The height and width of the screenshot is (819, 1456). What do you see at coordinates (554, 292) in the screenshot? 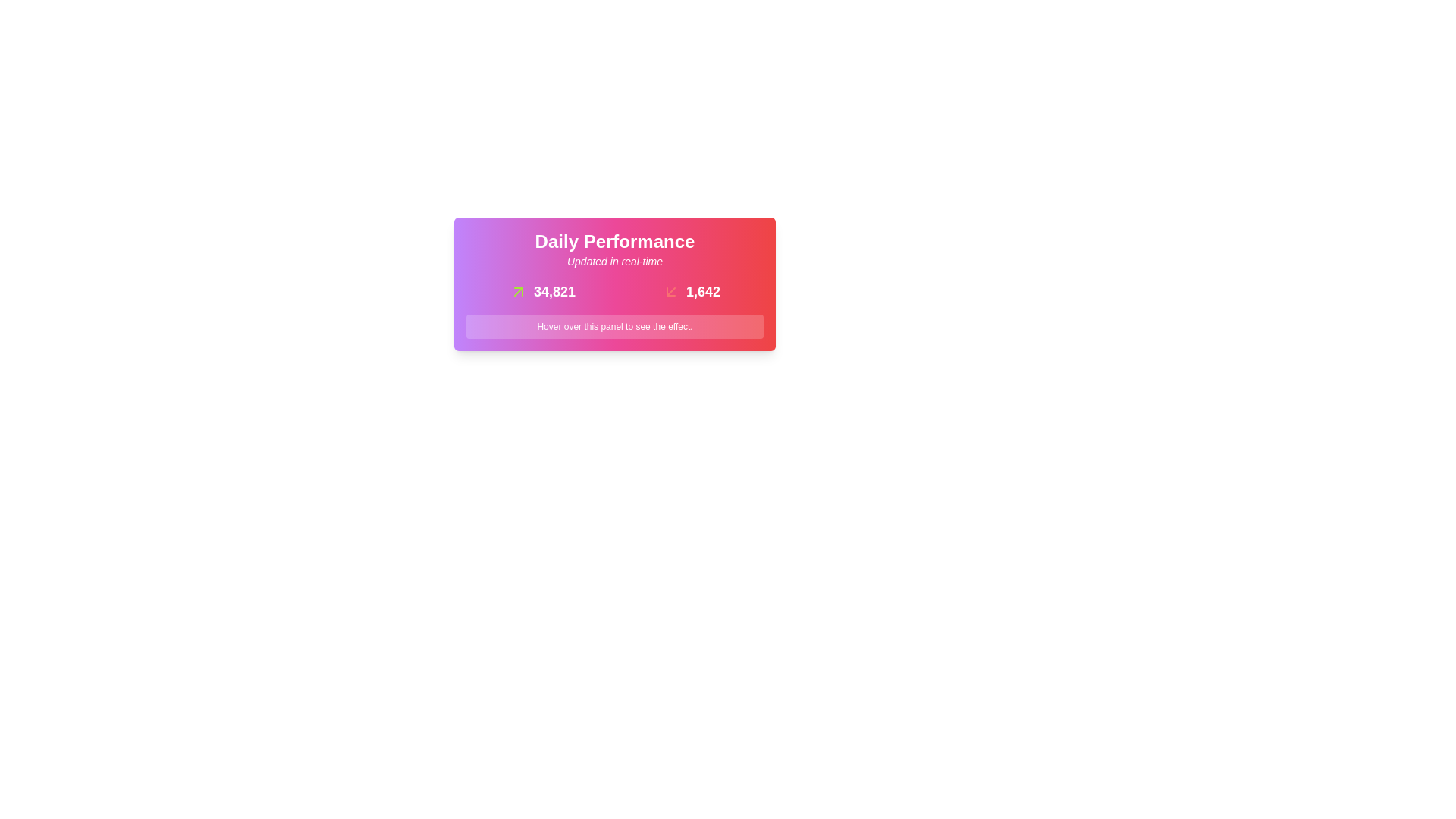
I see `displayed numerical metric in the 'Daily Performance' panel, located to the left of the green upward arrow icon` at bounding box center [554, 292].